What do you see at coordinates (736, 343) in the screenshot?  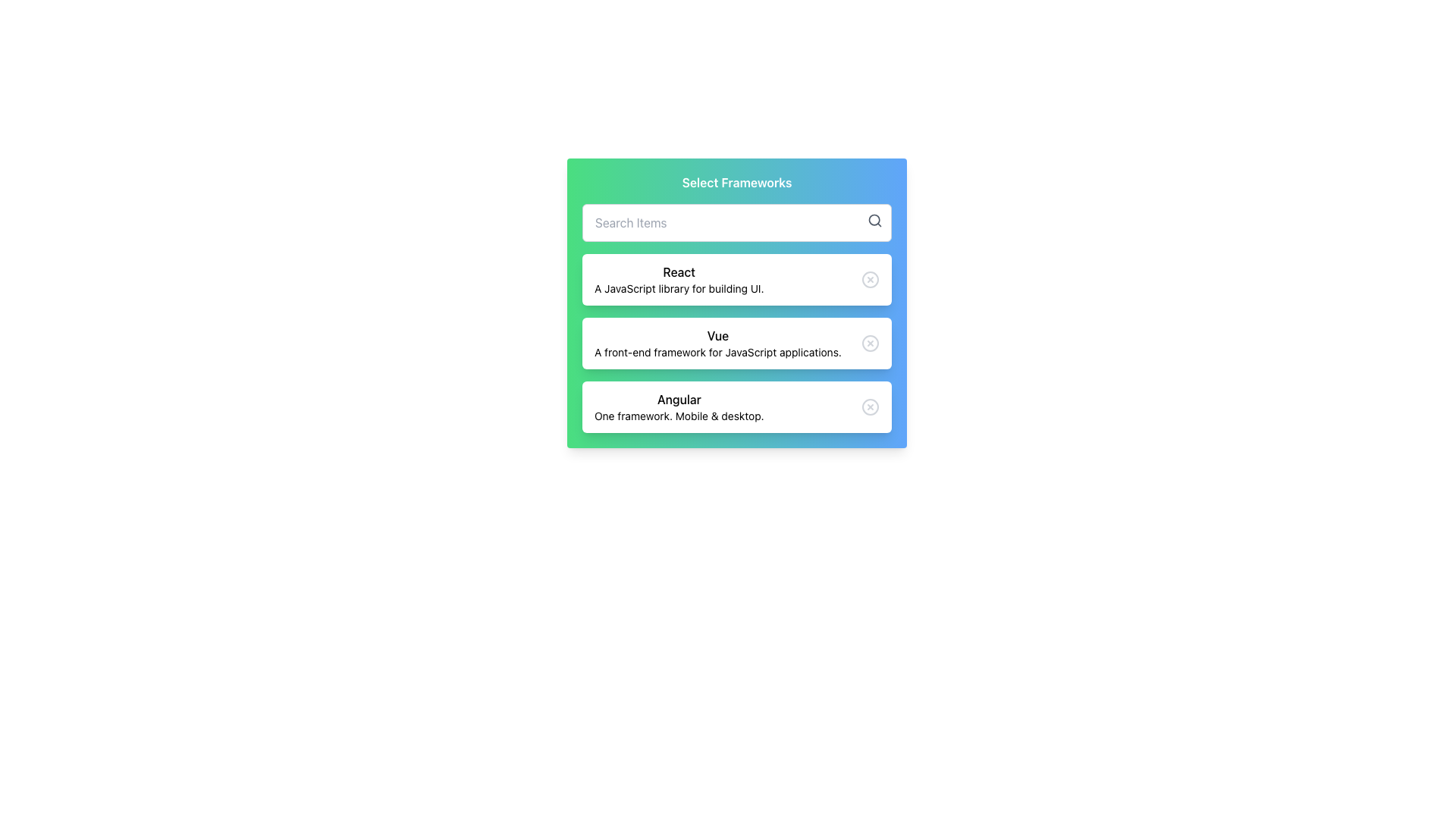 I see `the informational card displaying details about the 'Vue' framework, which is the second card in a vertical list of three cards` at bounding box center [736, 343].